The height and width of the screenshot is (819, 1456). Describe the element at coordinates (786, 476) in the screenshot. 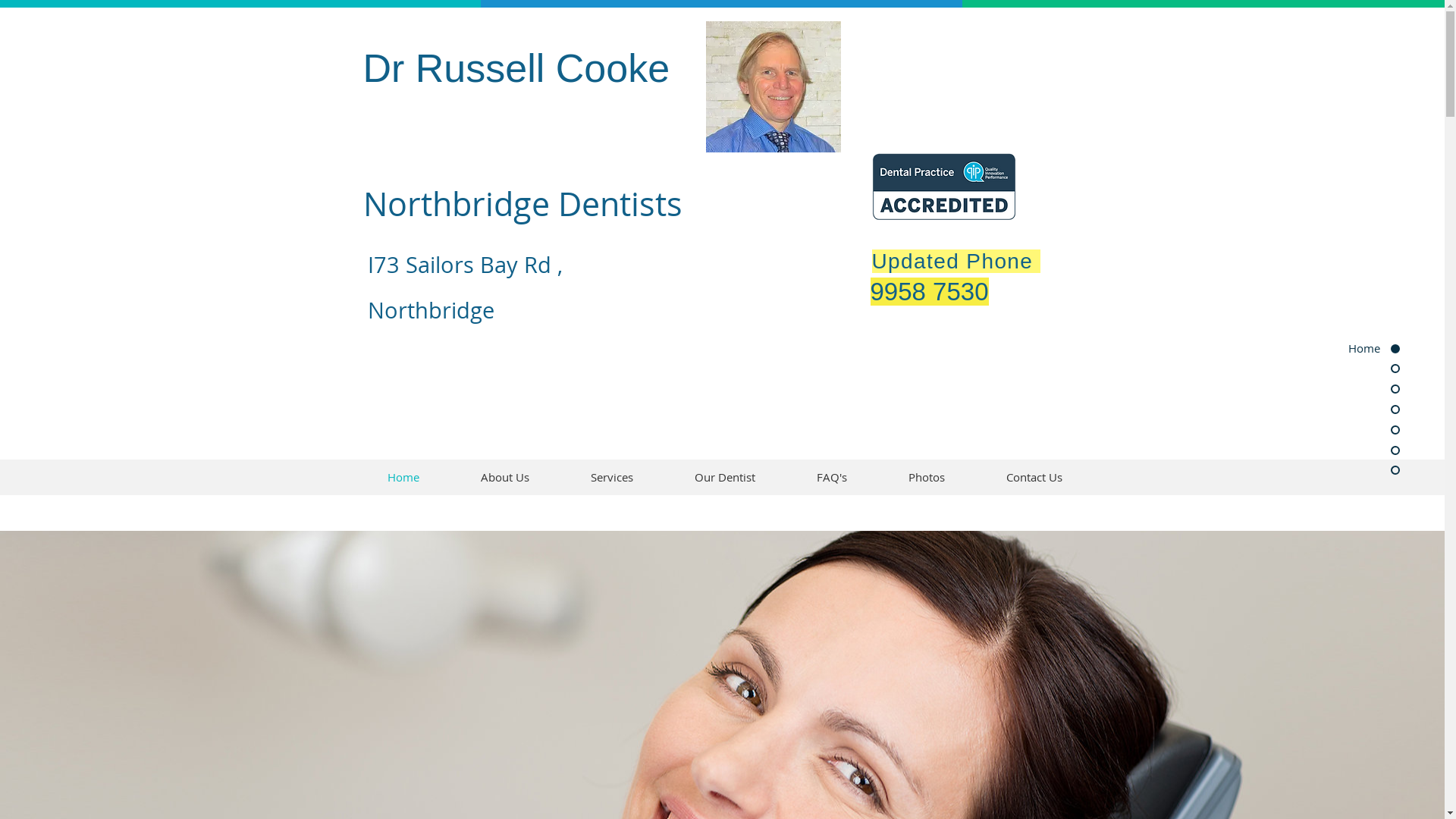

I see `'FAQ's'` at that location.